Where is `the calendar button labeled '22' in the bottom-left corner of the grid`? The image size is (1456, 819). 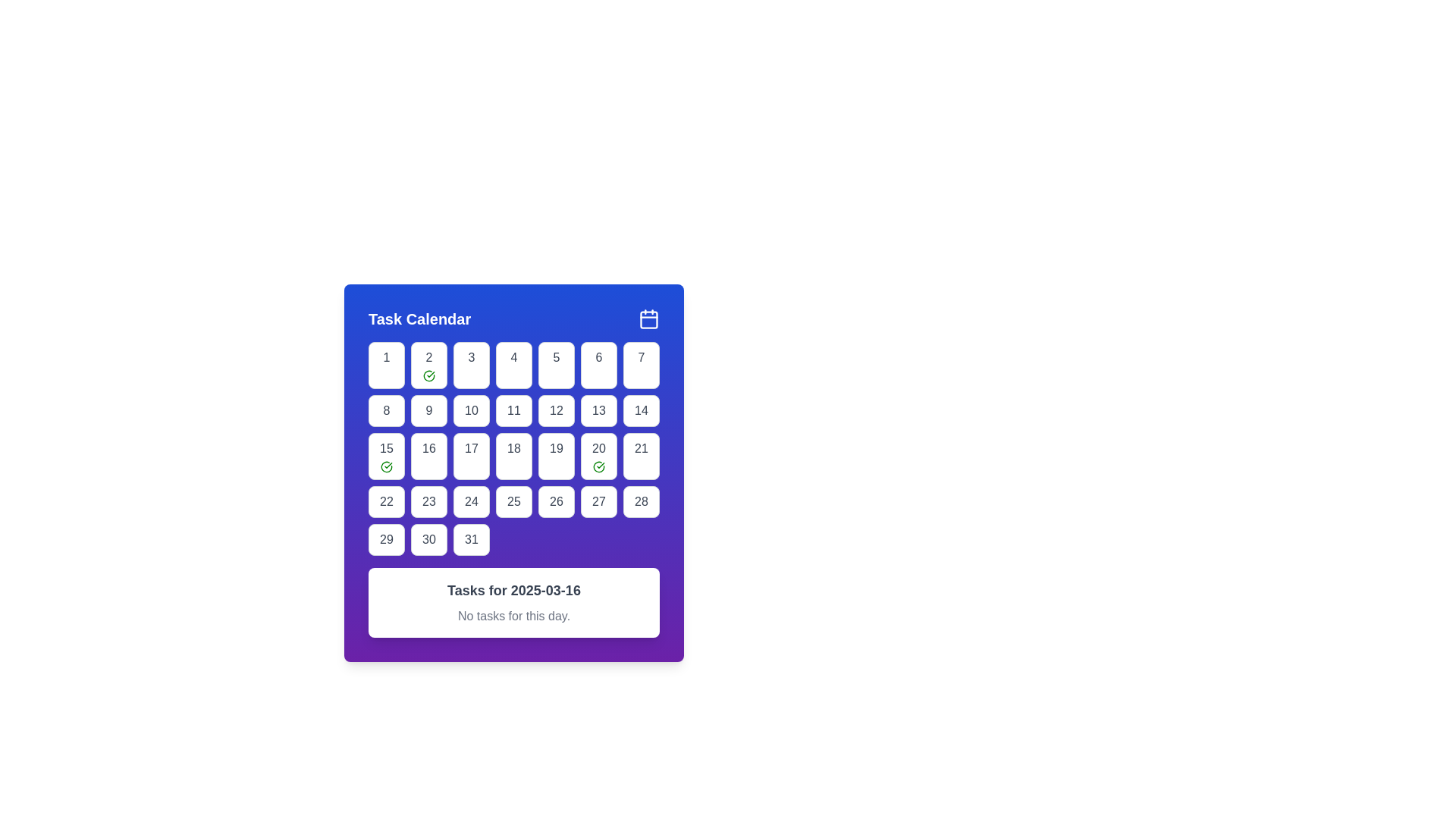 the calendar button labeled '22' in the bottom-left corner of the grid is located at coordinates (386, 502).